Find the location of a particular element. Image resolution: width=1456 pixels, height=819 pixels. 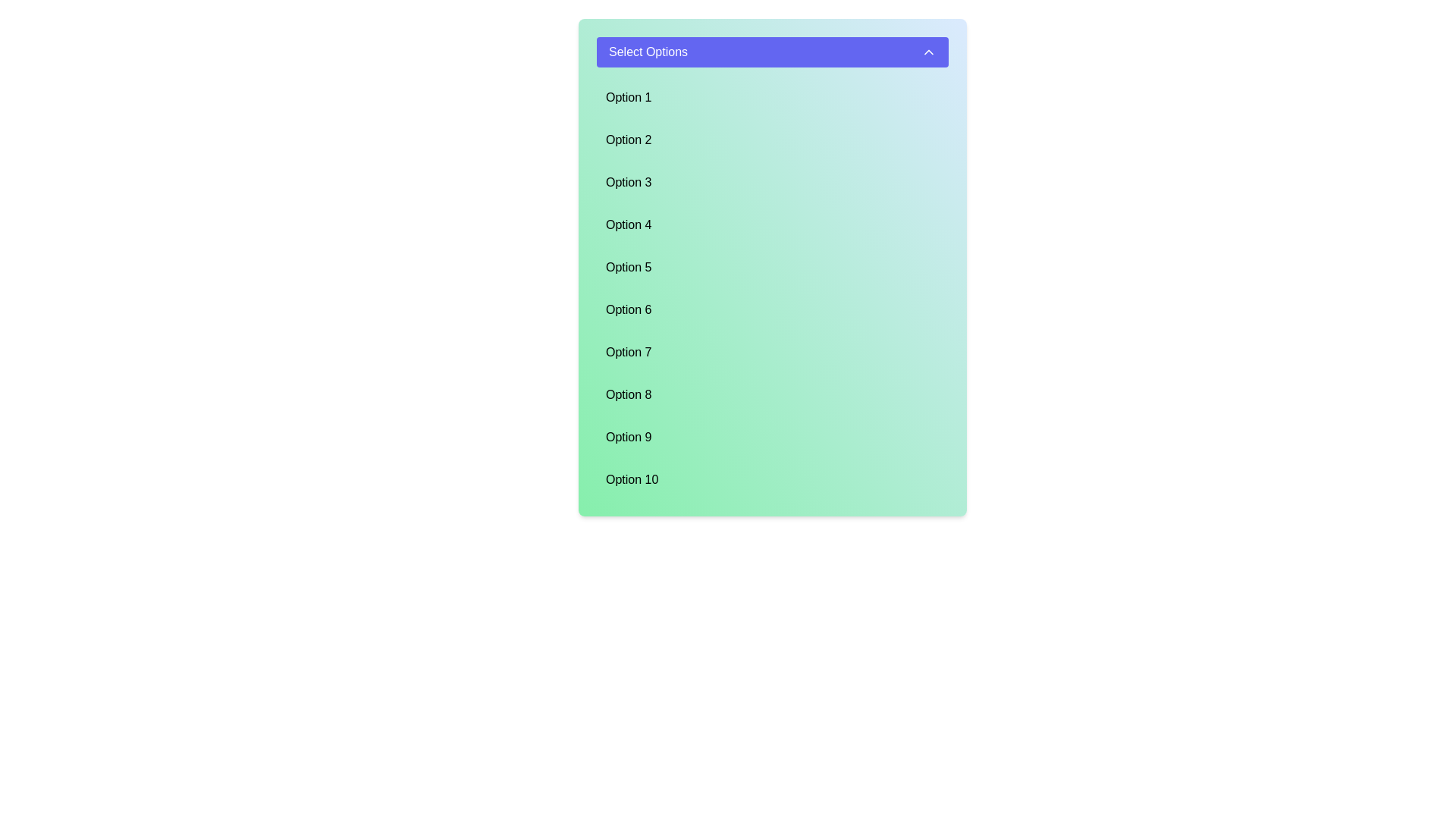

the text label displaying 'Select Options' which is styled with a white font over a blue background, located near the top of the dropdown menu panel is located at coordinates (648, 52).